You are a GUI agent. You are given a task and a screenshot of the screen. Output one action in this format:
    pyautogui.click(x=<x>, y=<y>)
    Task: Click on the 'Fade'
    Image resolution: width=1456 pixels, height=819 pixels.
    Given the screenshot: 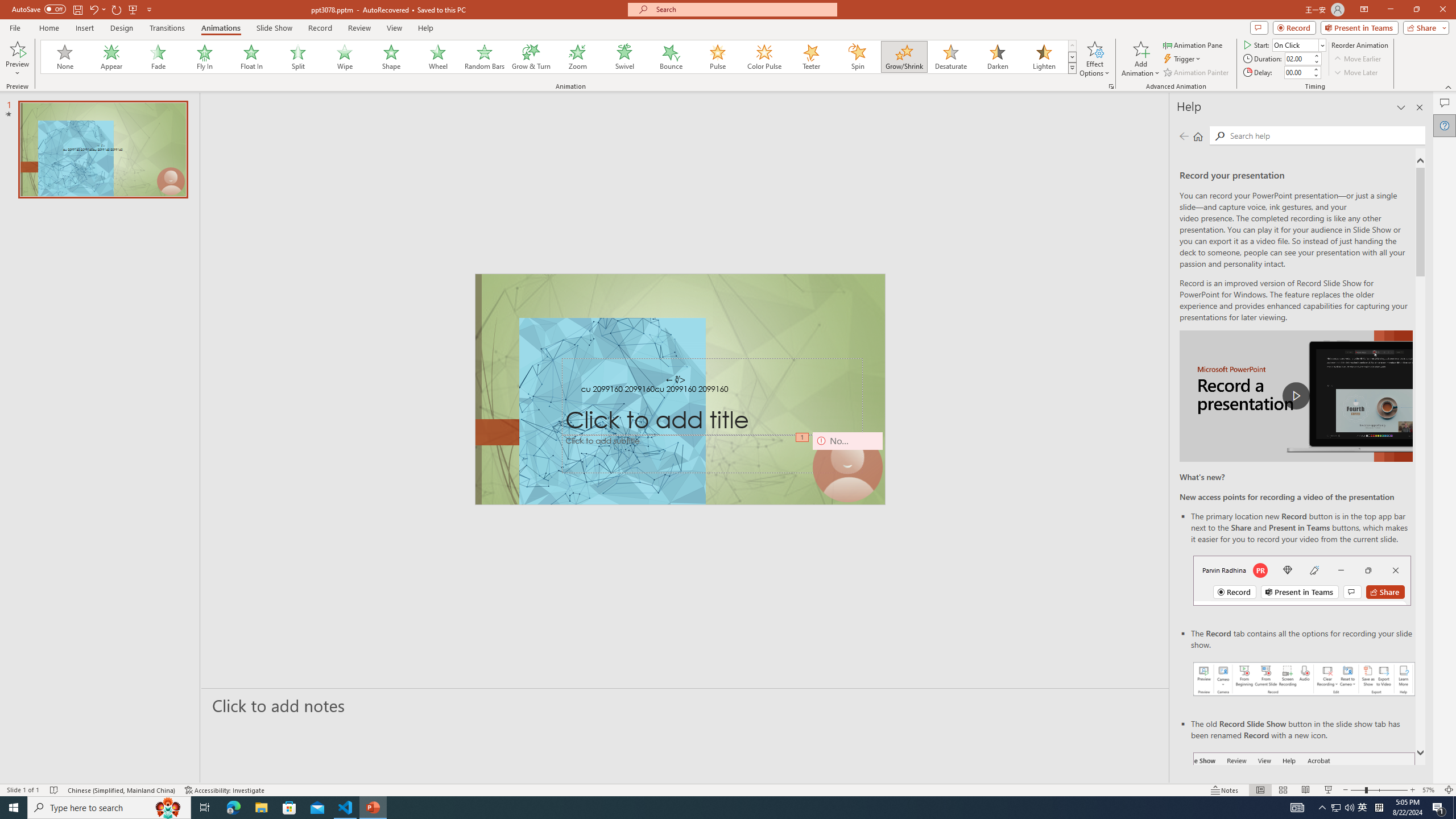 What is the action you would take?
    pyautogui.click(x=158, y=56)
    